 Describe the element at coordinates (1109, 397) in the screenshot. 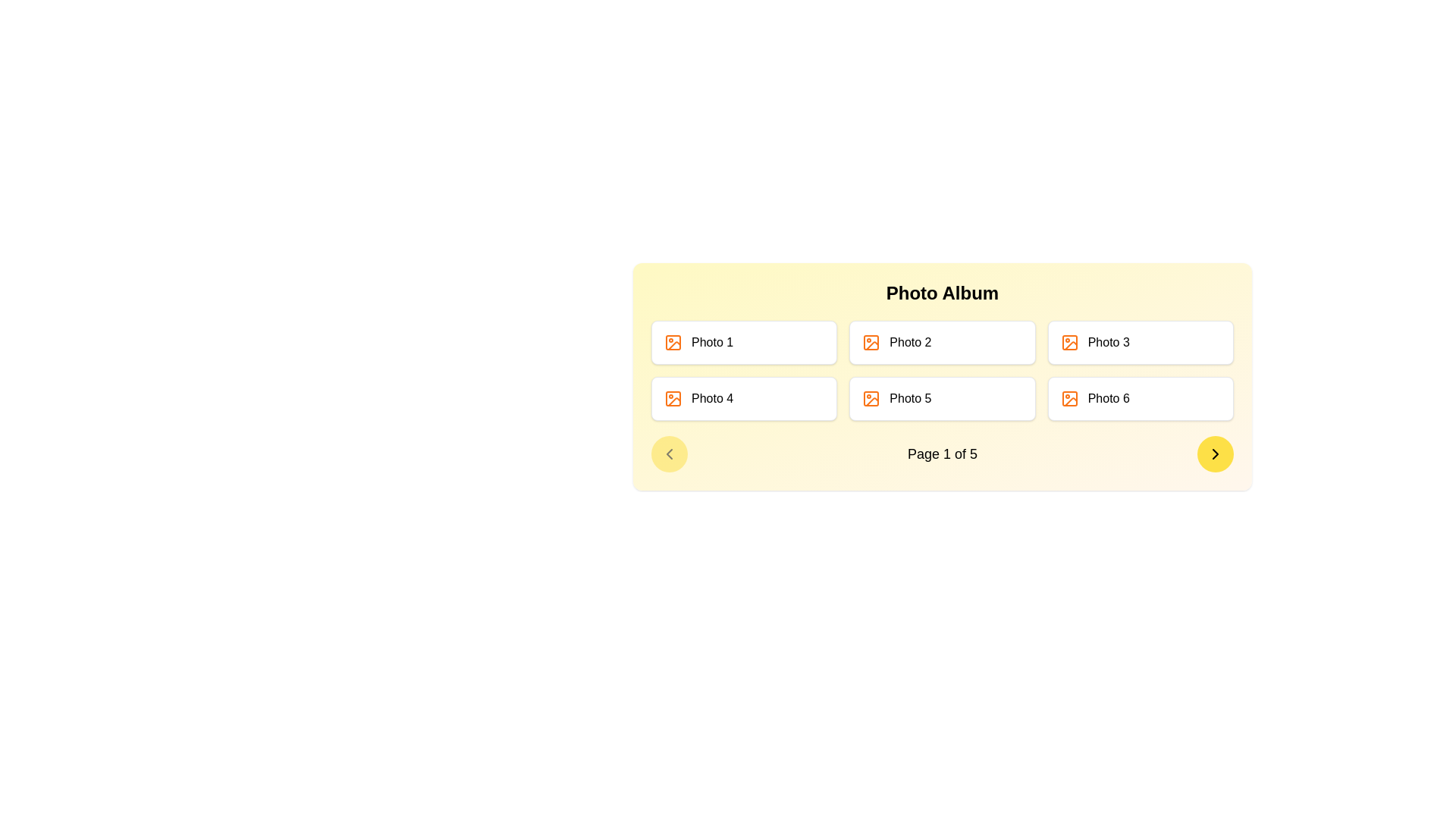

I see `the text label that provides the title or name of the photo located in the bottom-right card of the photo album interface` at that location.